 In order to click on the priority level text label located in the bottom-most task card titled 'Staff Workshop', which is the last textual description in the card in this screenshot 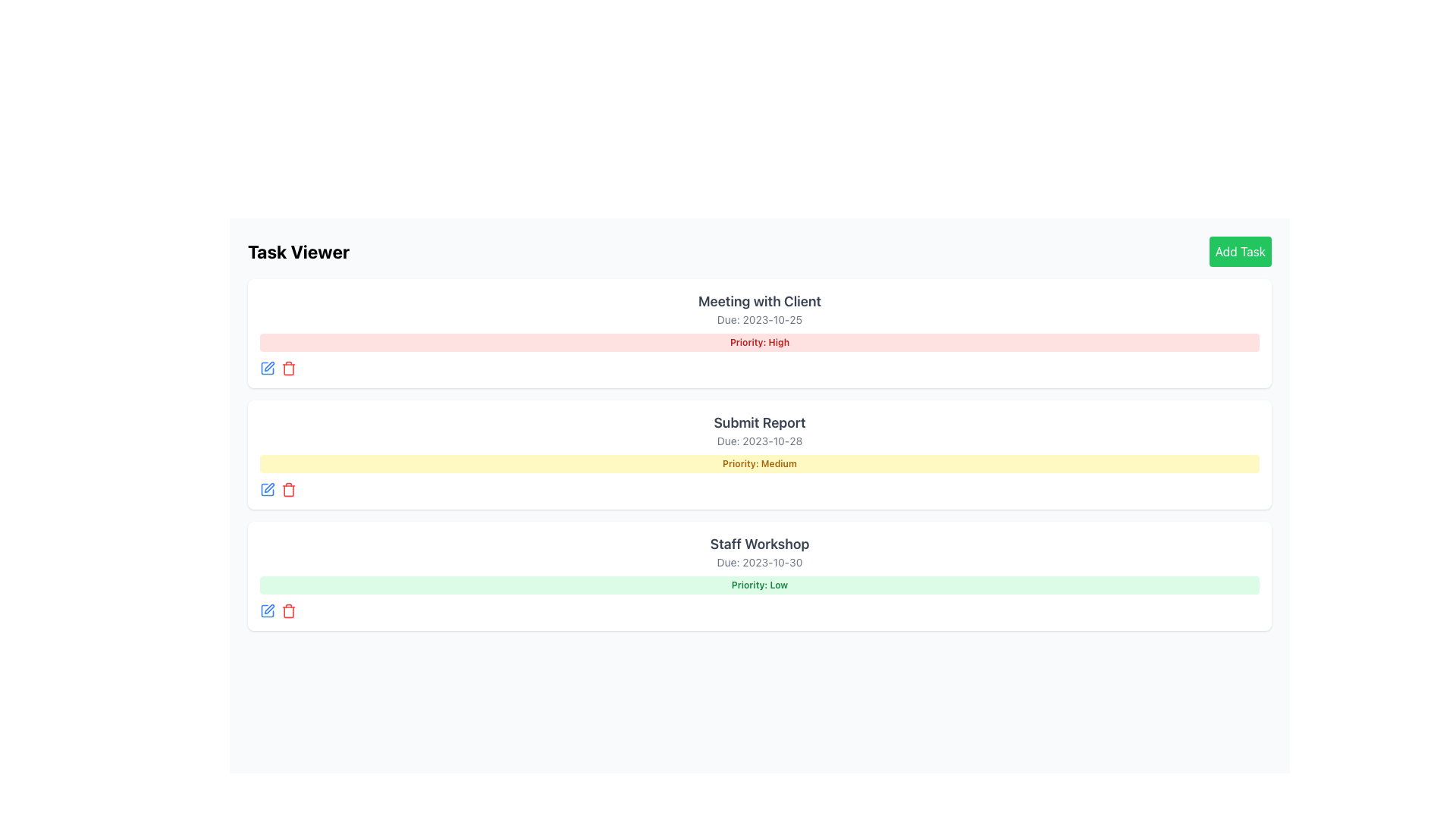, I will do `click(760, 584)`.